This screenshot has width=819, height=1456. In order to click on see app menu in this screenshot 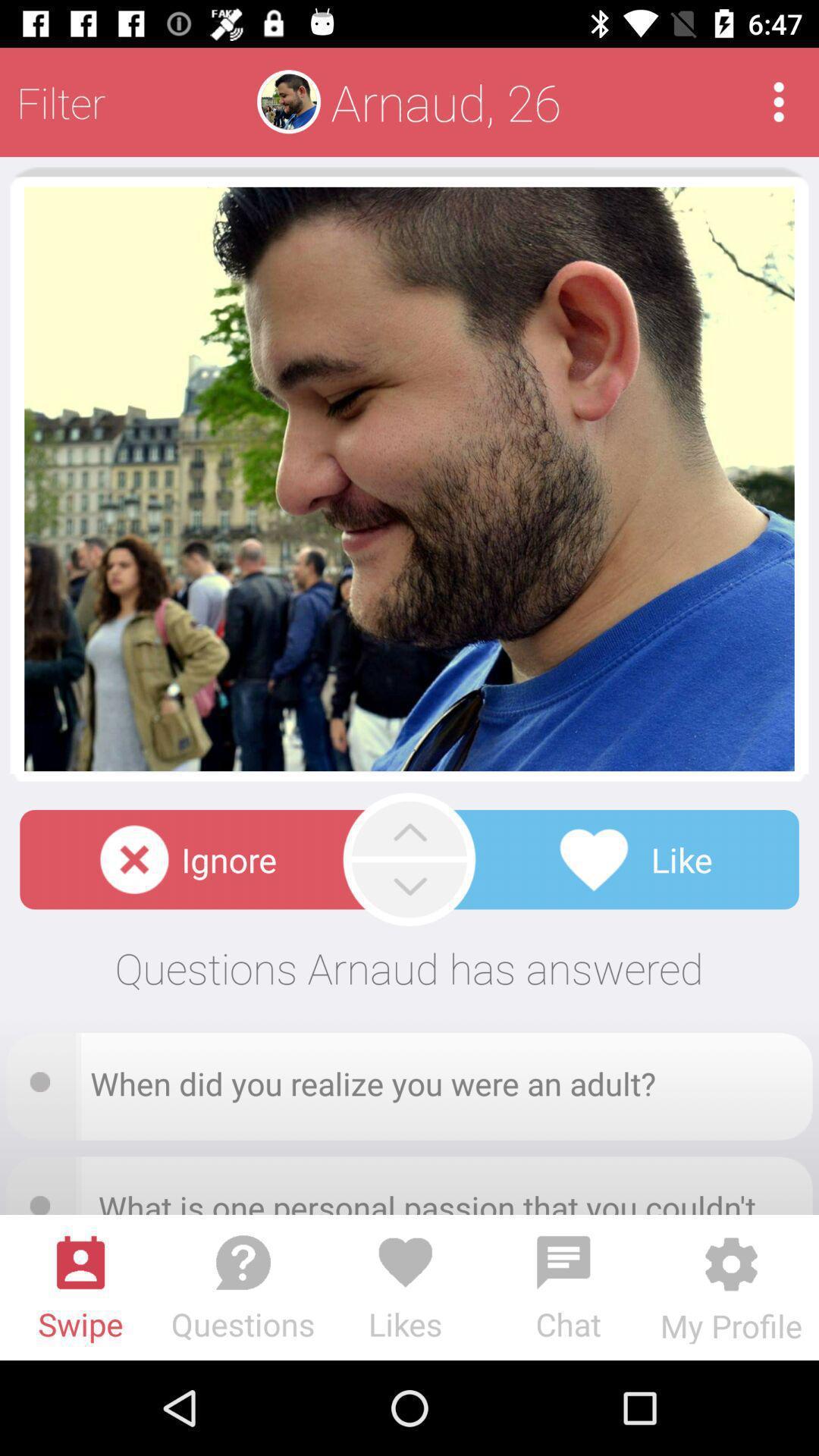, I will do `click(779, 101)`.